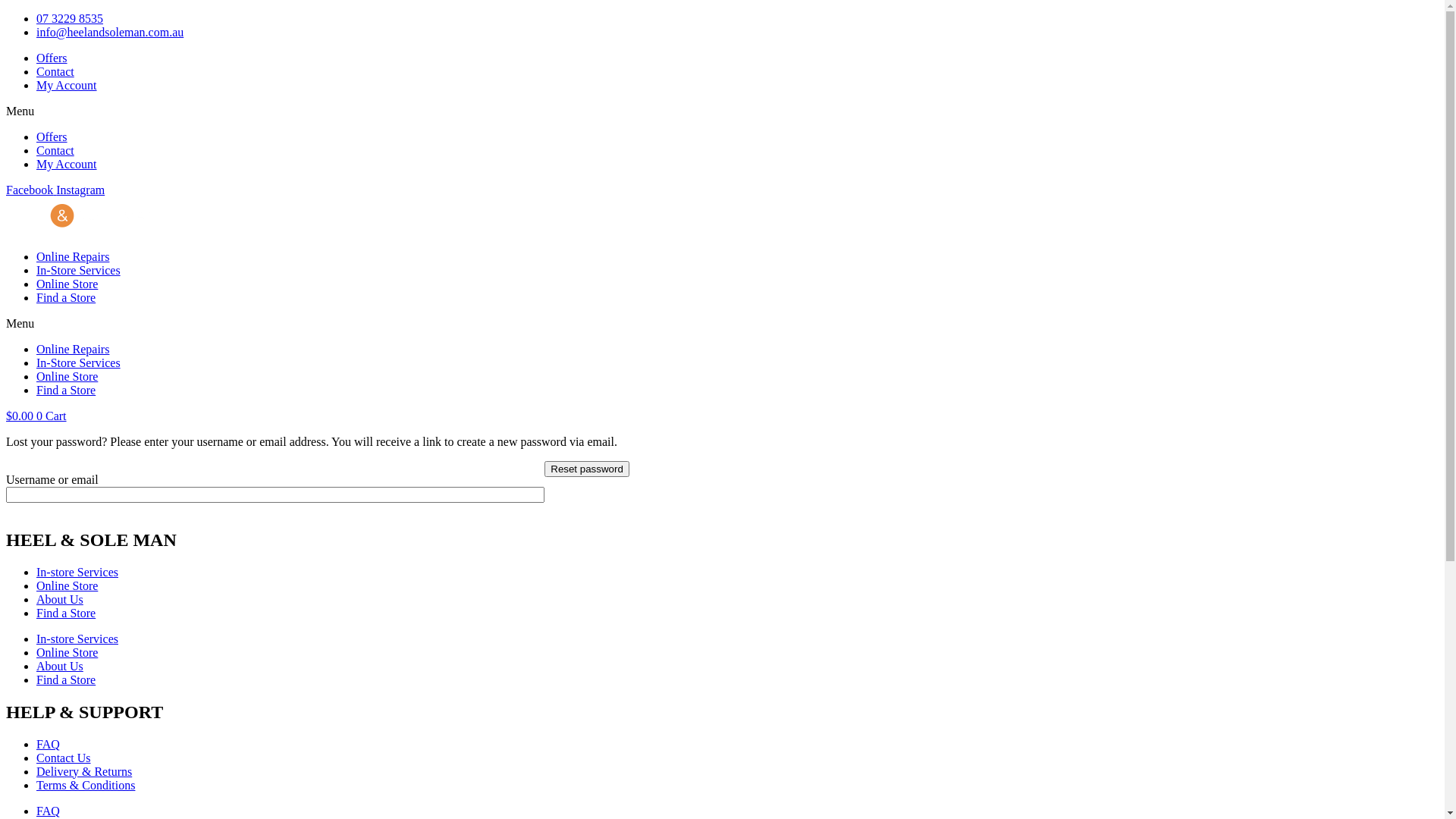 Image resolution: width=1456 pixels, height=819 pixels. Describe the element at coordinates (585, 468) in the screenshot. I see `'Reset password'` at that location.